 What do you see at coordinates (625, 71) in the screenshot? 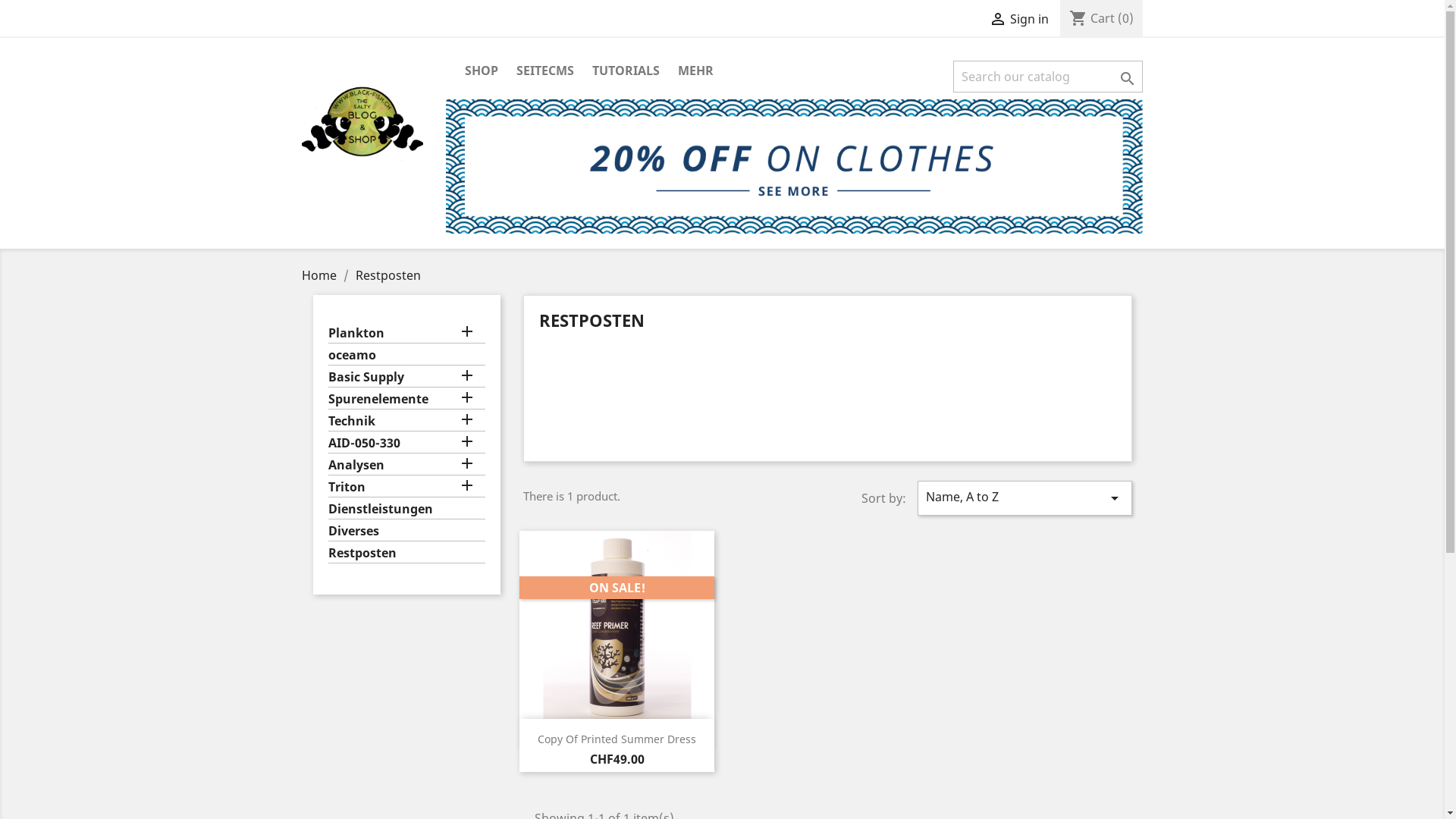
I see `'TUTORIALS'` at bounding box center [625, 71].